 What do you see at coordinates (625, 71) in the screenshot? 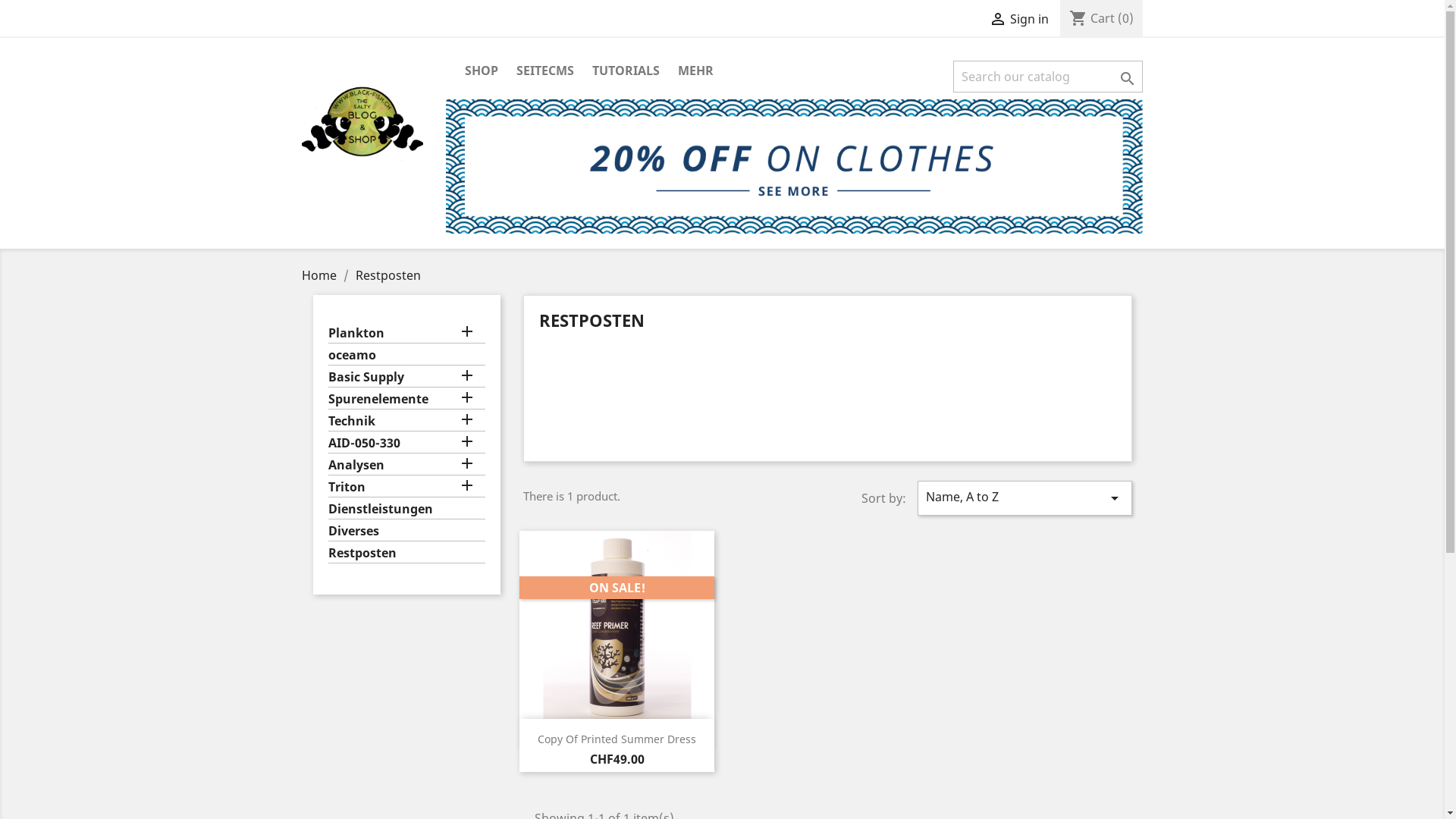
I see `'TUTORIALS'` at bounding box center [625, 71].